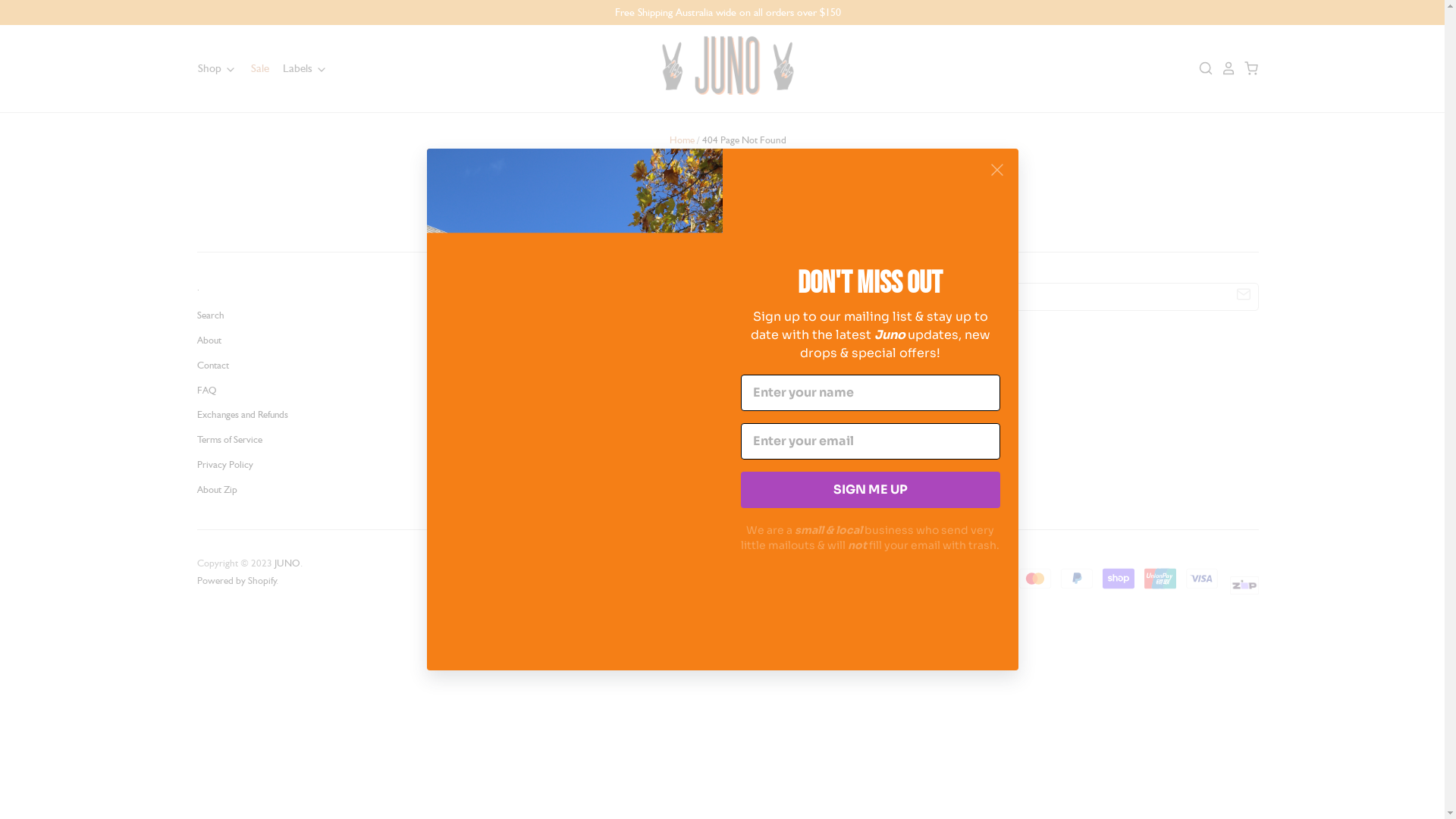  Describe the element at coordinates (792, 210) in the screenshot. I see `'searching'` at that location.